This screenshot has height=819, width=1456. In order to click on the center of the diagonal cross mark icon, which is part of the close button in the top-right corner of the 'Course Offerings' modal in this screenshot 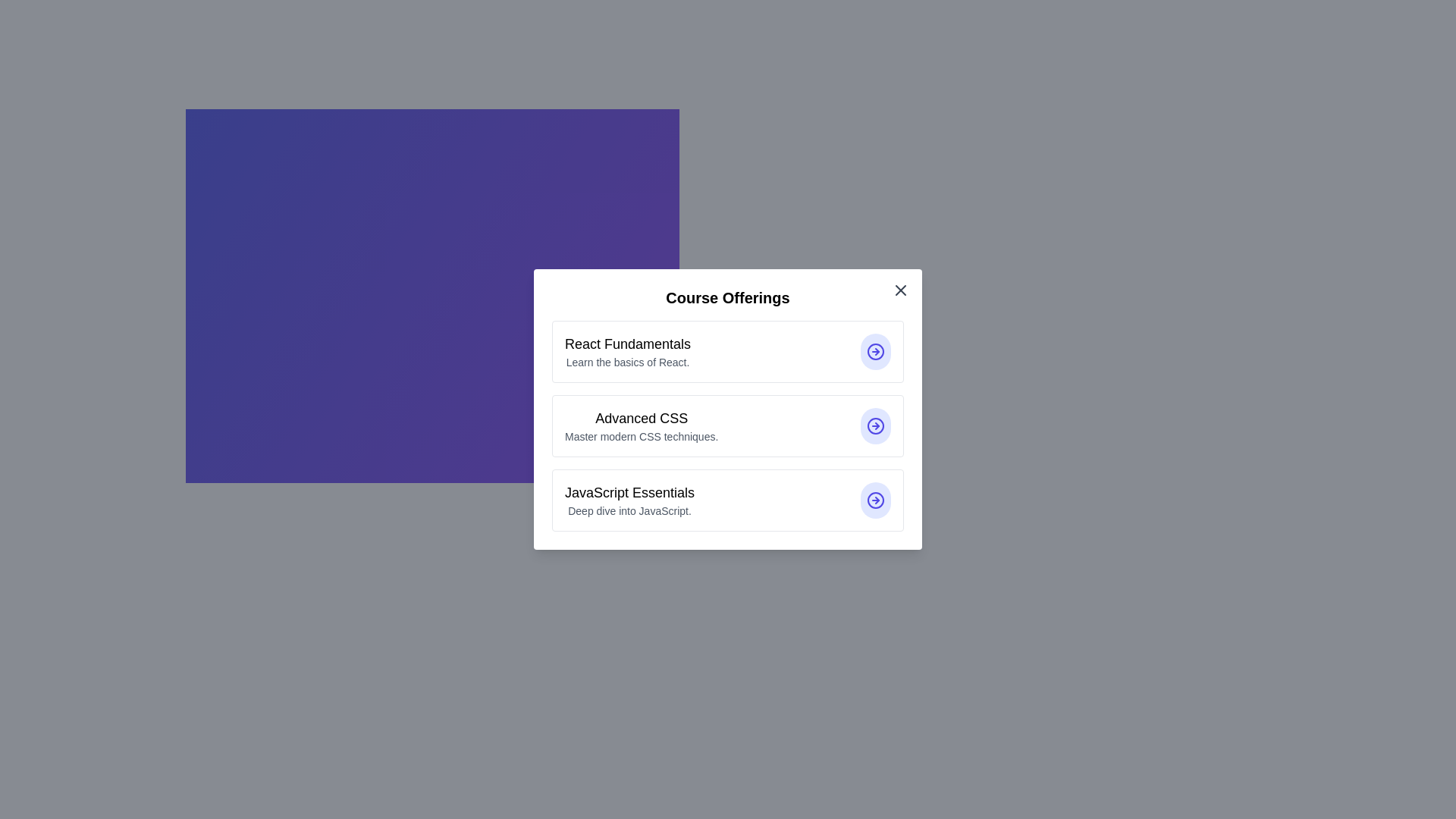, I will do `click(901, 290)`.